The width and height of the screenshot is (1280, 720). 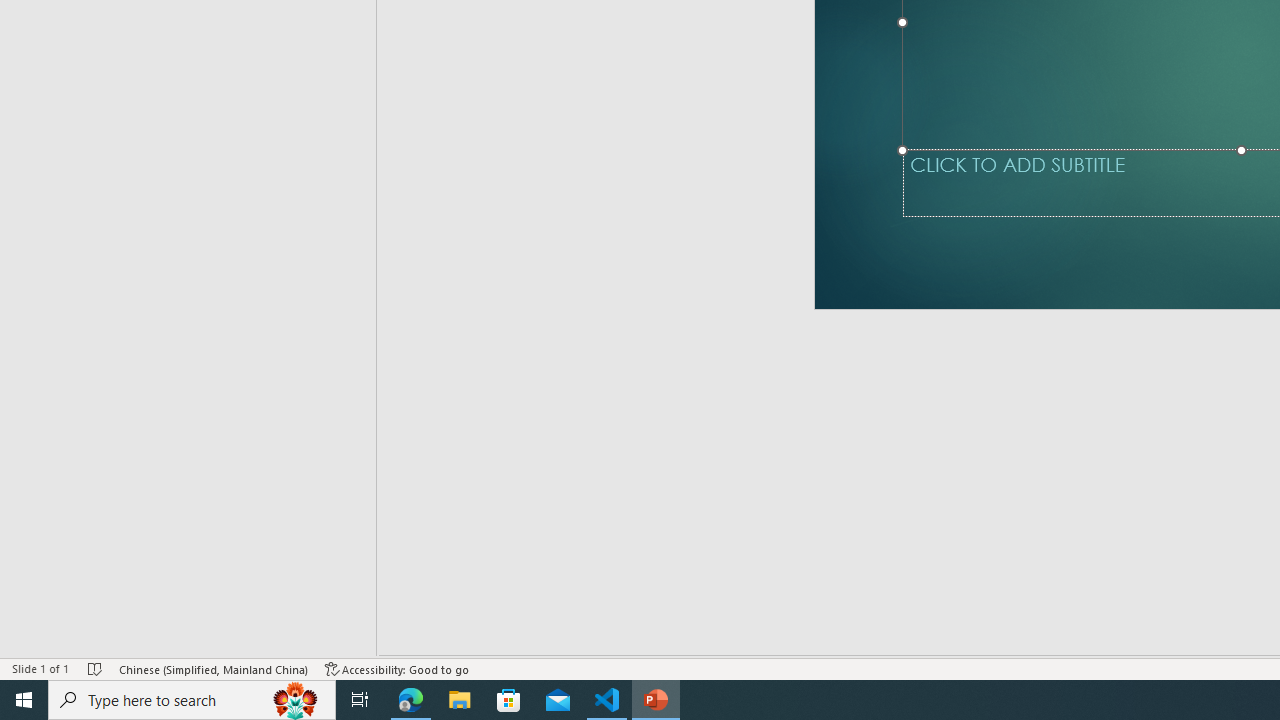 I want to click on 'Search highlights icon opens search home window', so click(x=294, y=698).